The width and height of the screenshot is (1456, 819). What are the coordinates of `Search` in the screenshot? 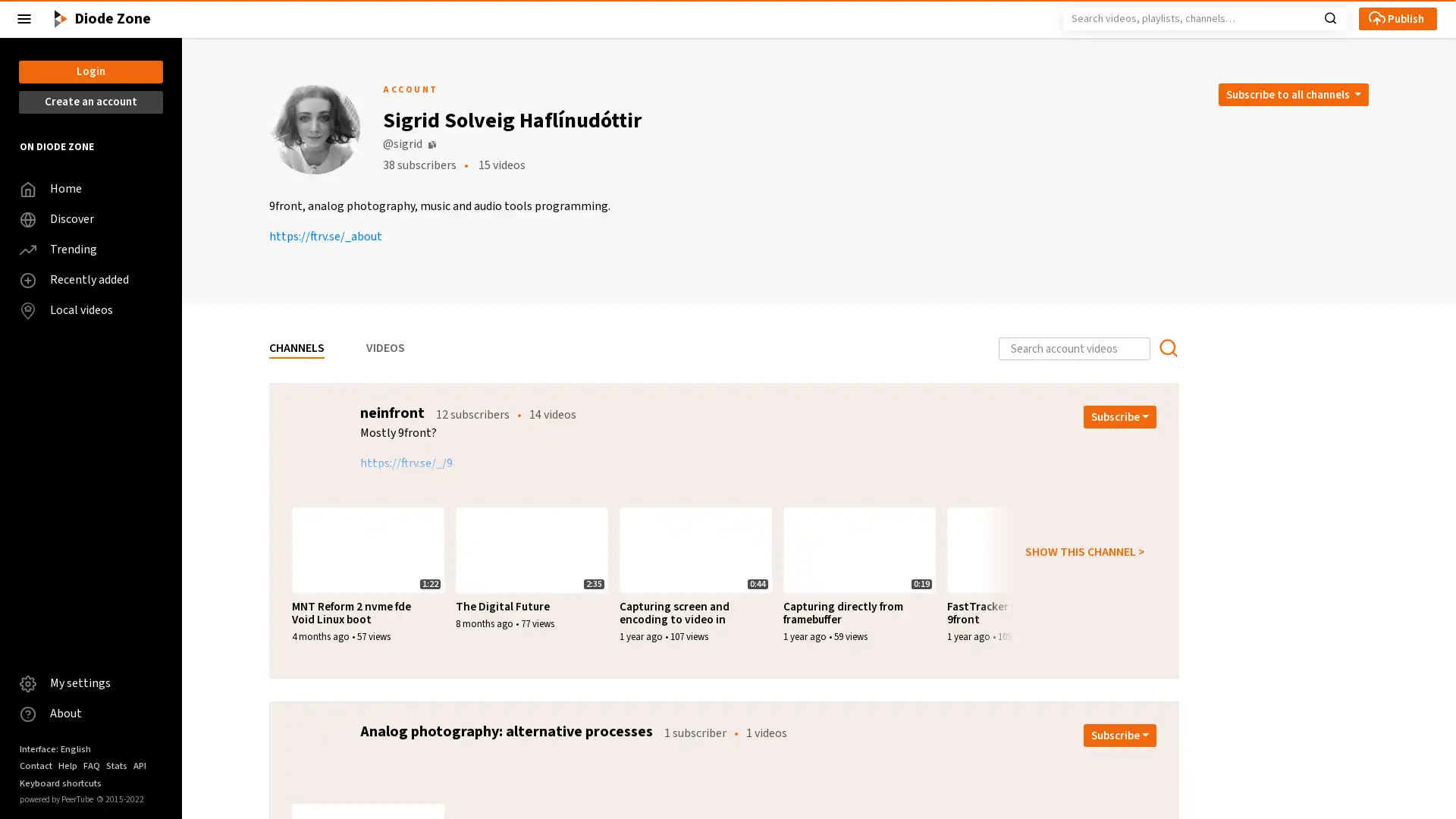 It's located at (1167, 348).